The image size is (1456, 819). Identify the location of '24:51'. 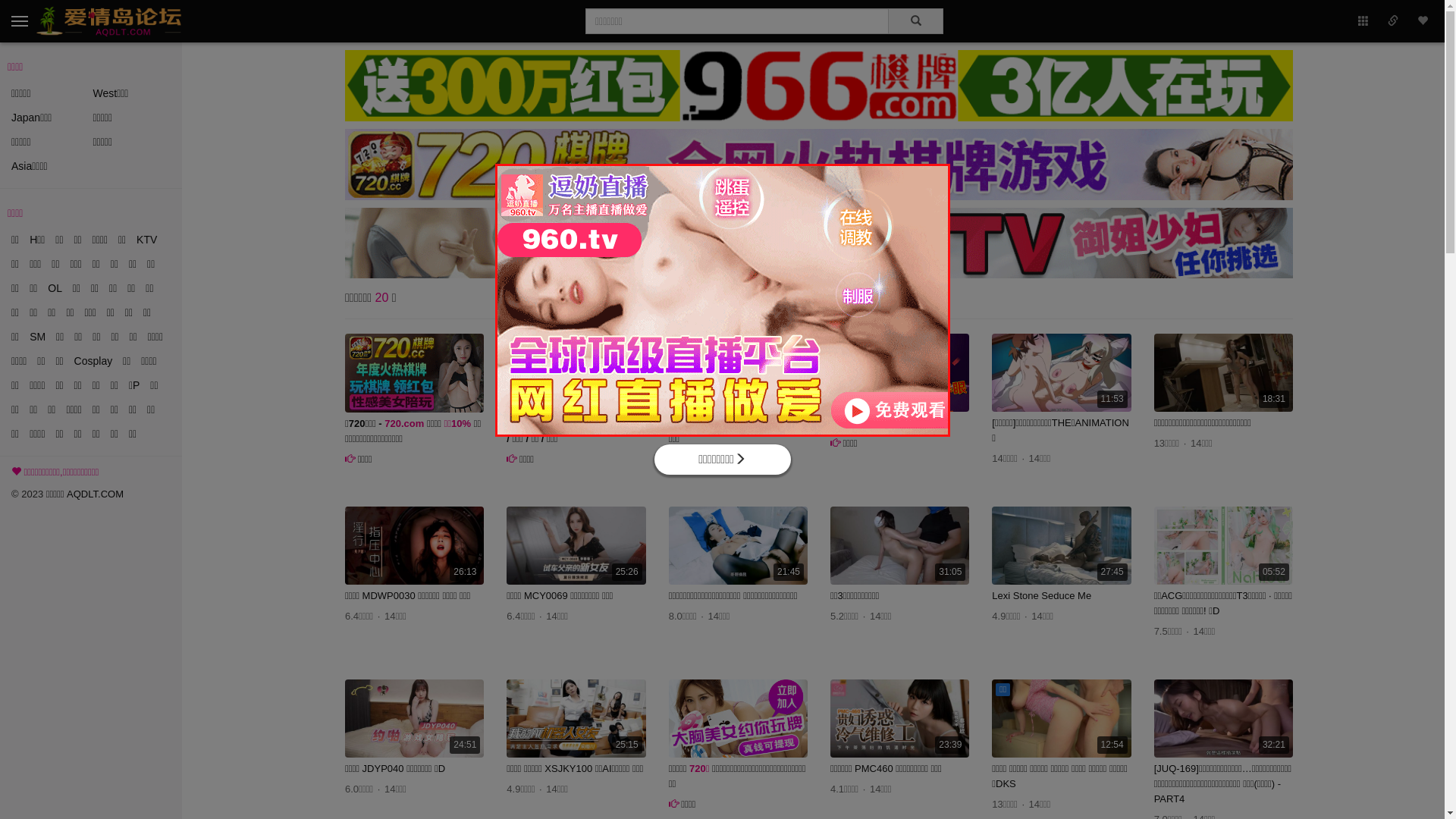
(414, 717).